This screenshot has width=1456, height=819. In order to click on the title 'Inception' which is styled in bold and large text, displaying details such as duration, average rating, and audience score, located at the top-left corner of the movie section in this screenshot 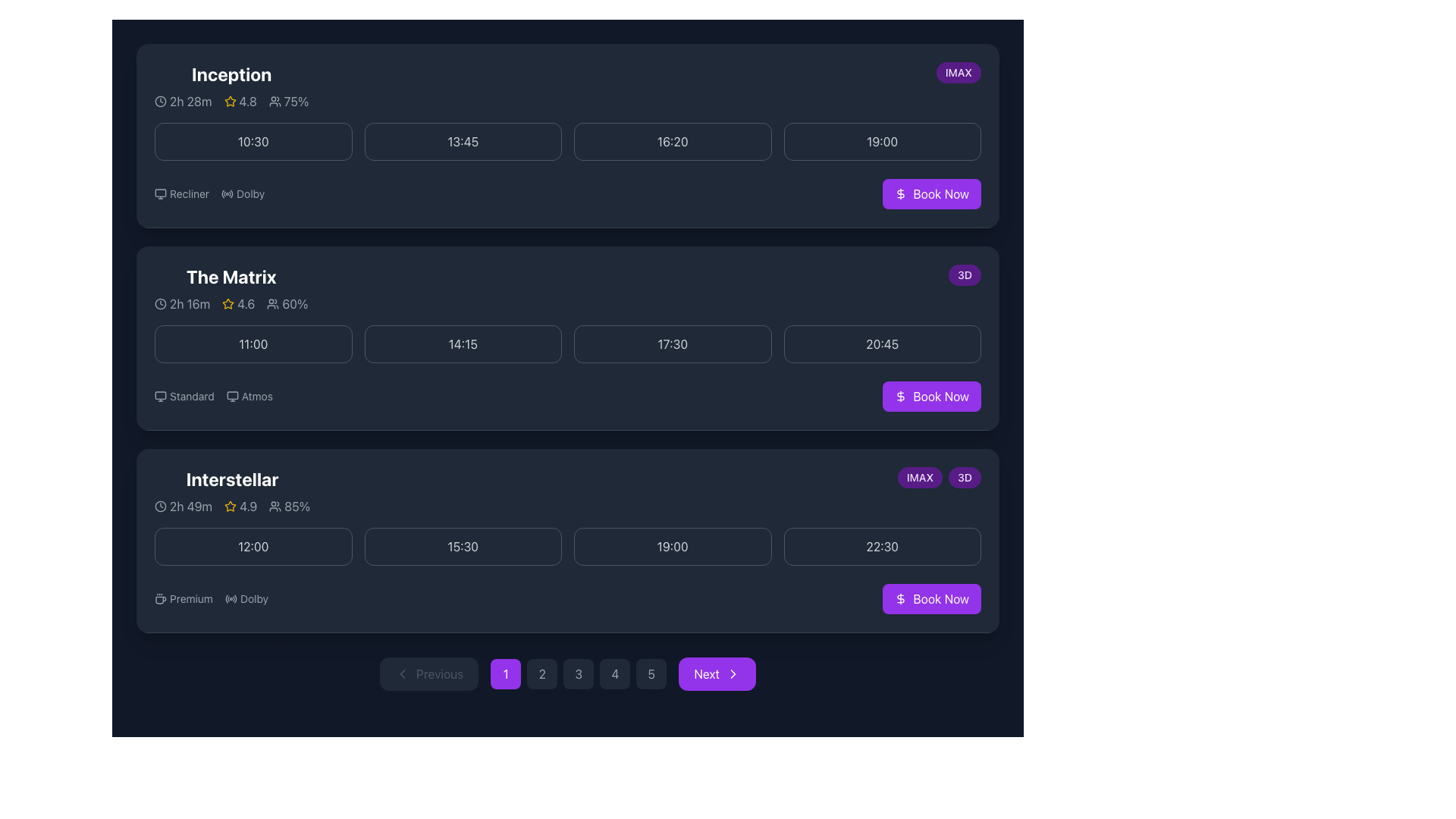, I will do `click(231, 86)`.